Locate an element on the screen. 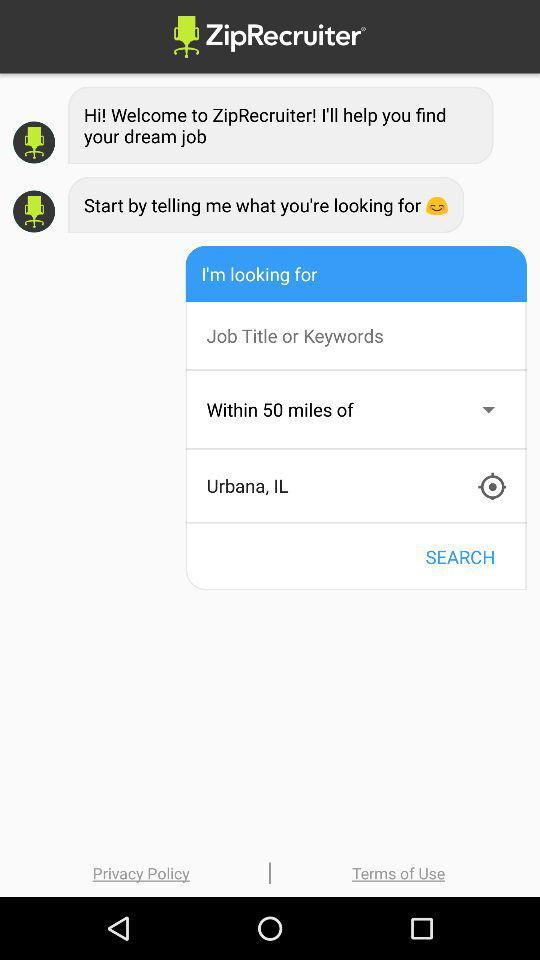 This screenshot has height=960, width=540. search by job title or keyword is located at coordinates (365, 335).